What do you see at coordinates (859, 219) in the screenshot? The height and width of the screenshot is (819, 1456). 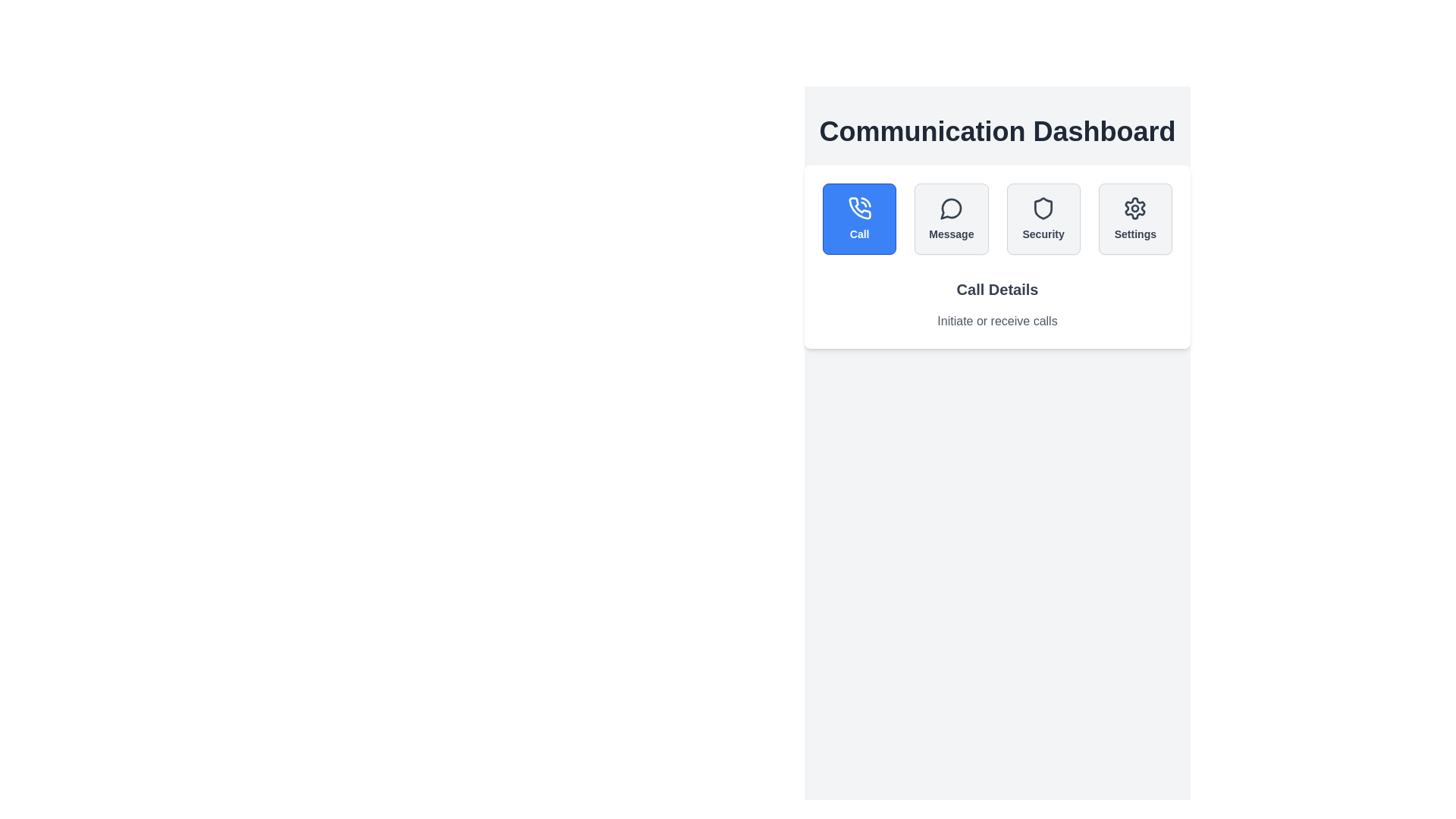 I see `the phone call button located under the 'Communication Dashboard' heading and above the 'Call Details' section for keyboard interaction` at bounding box center [859, 219].